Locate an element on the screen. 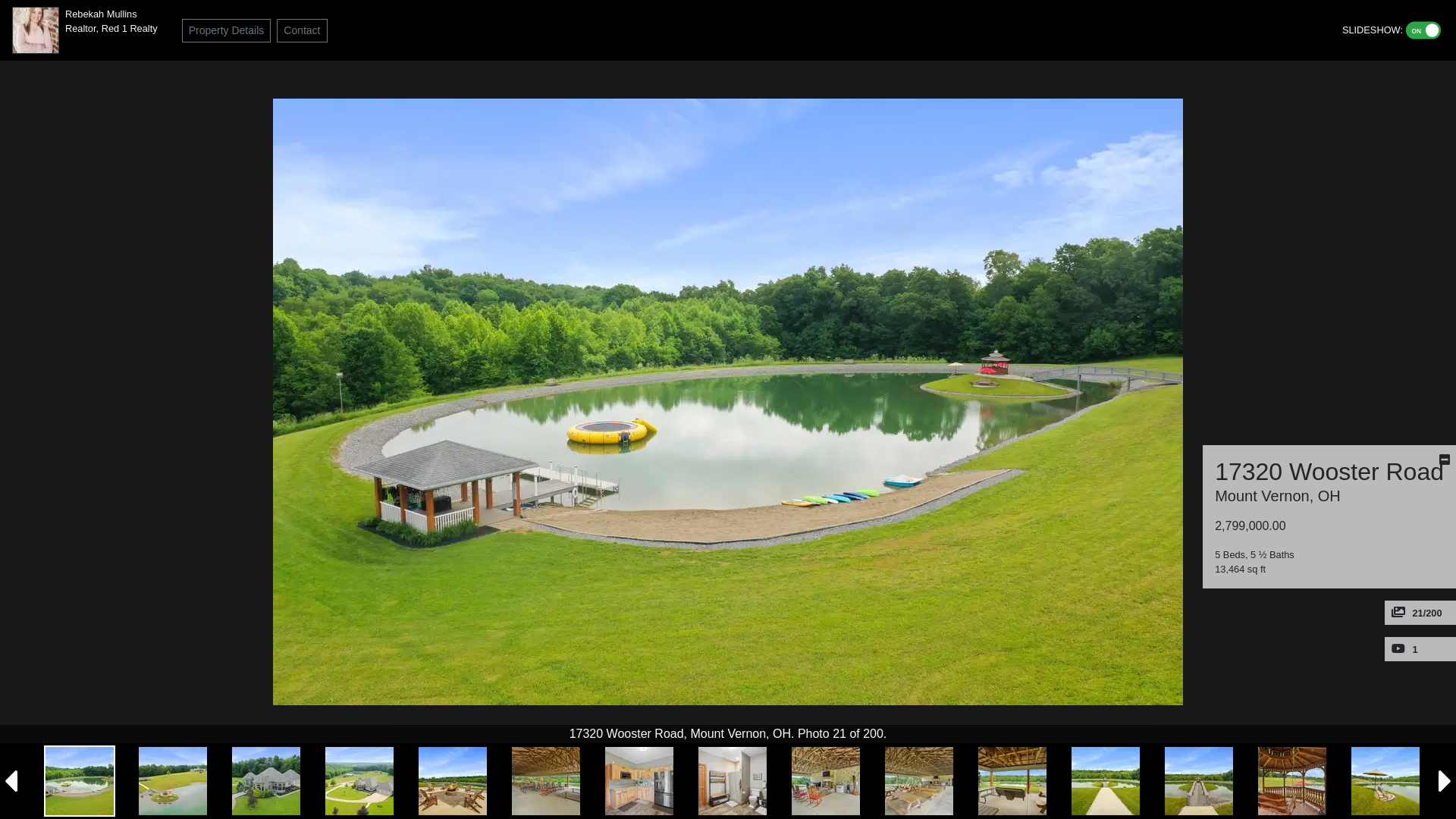 Image resolution: width=1456 pixels, height=819 pixels. 'Property Details' is located at coordinates (225, 30).